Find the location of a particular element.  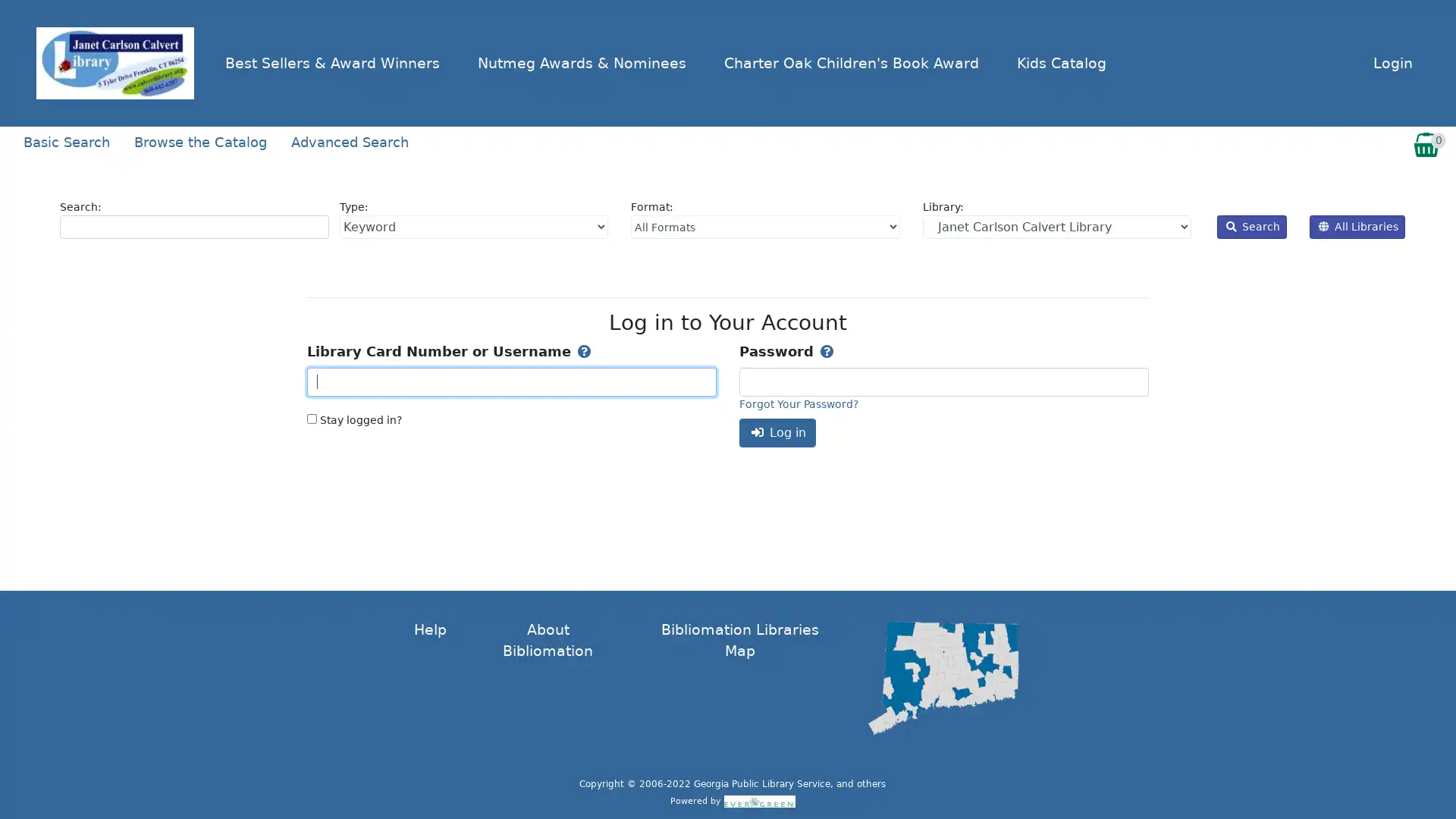

Search is located at coordinates (1252, 226).